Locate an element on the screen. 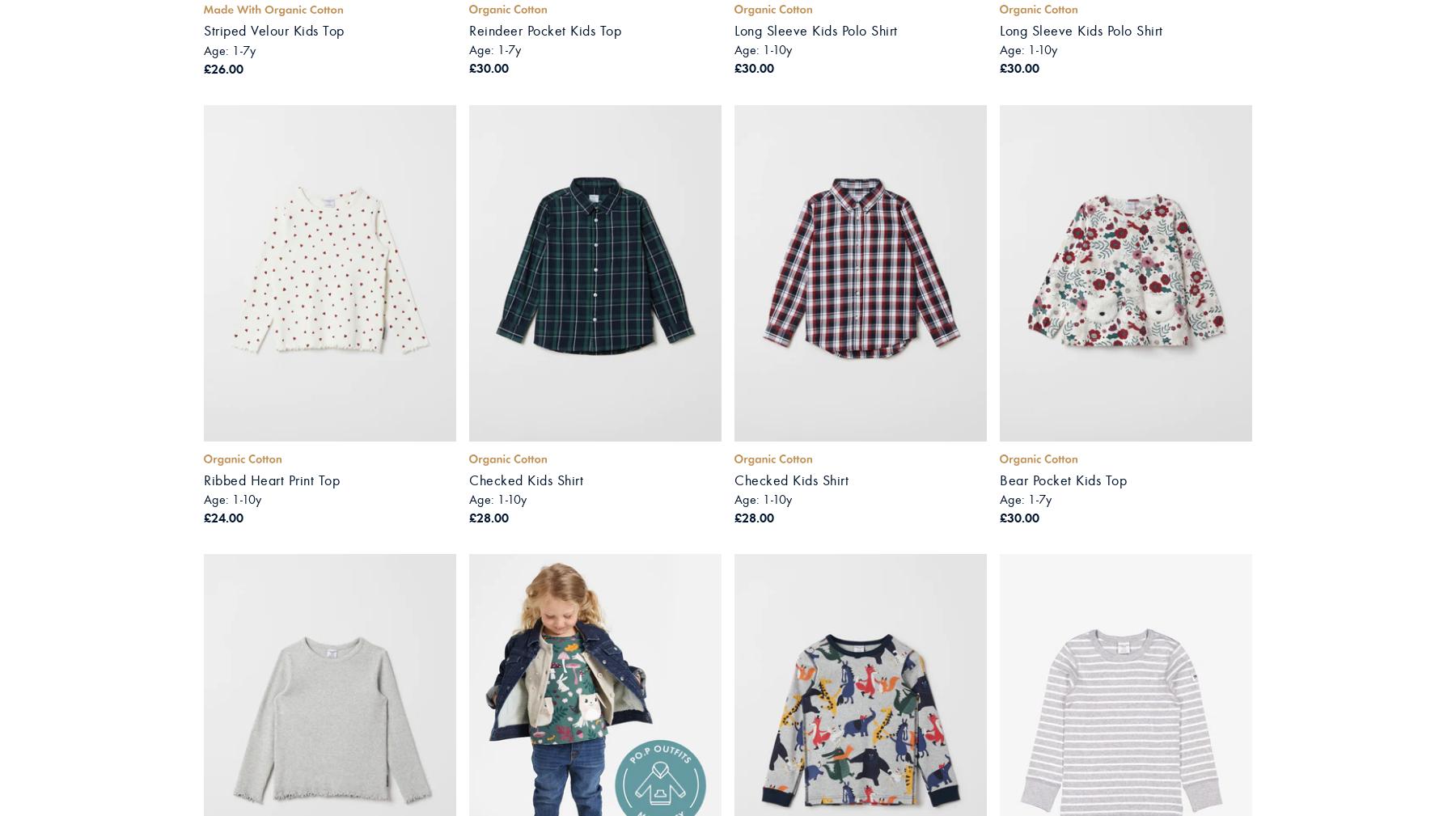  'Striped Velour Kids Top' is located at coordinates (273, 30).